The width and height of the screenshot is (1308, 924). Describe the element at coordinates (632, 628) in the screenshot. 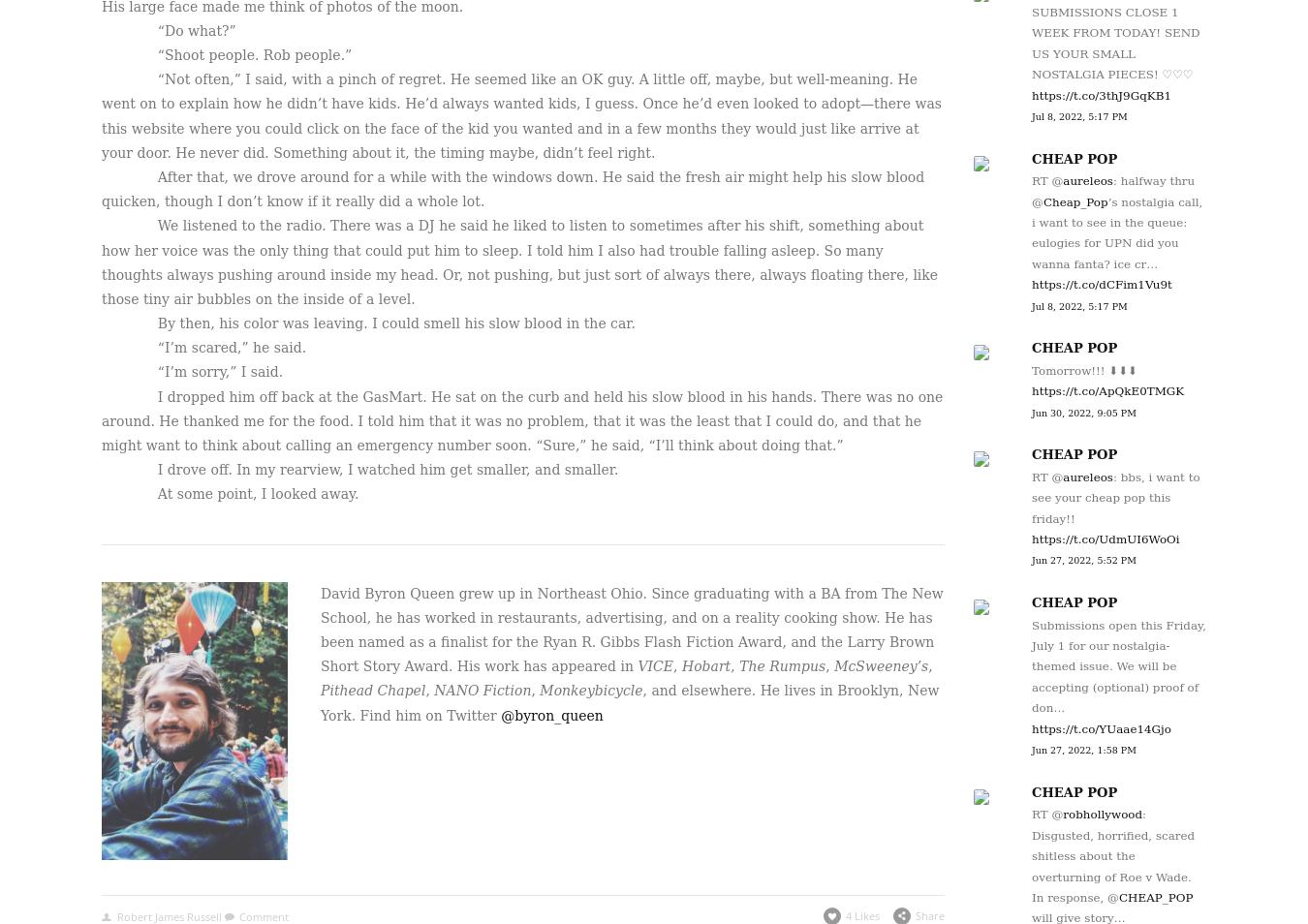

I see `'David Byron Queen grew up in Northeast Ohio. Since graduating with a BA from The New School, he has worked in restaurants, advertising, and on a reality cooking show. He has been named as a finalist for the Ryan R. Gibbs Flash Fiction Award, and the Larry Brown Short Story Award. His work has appeared in'` at that location.